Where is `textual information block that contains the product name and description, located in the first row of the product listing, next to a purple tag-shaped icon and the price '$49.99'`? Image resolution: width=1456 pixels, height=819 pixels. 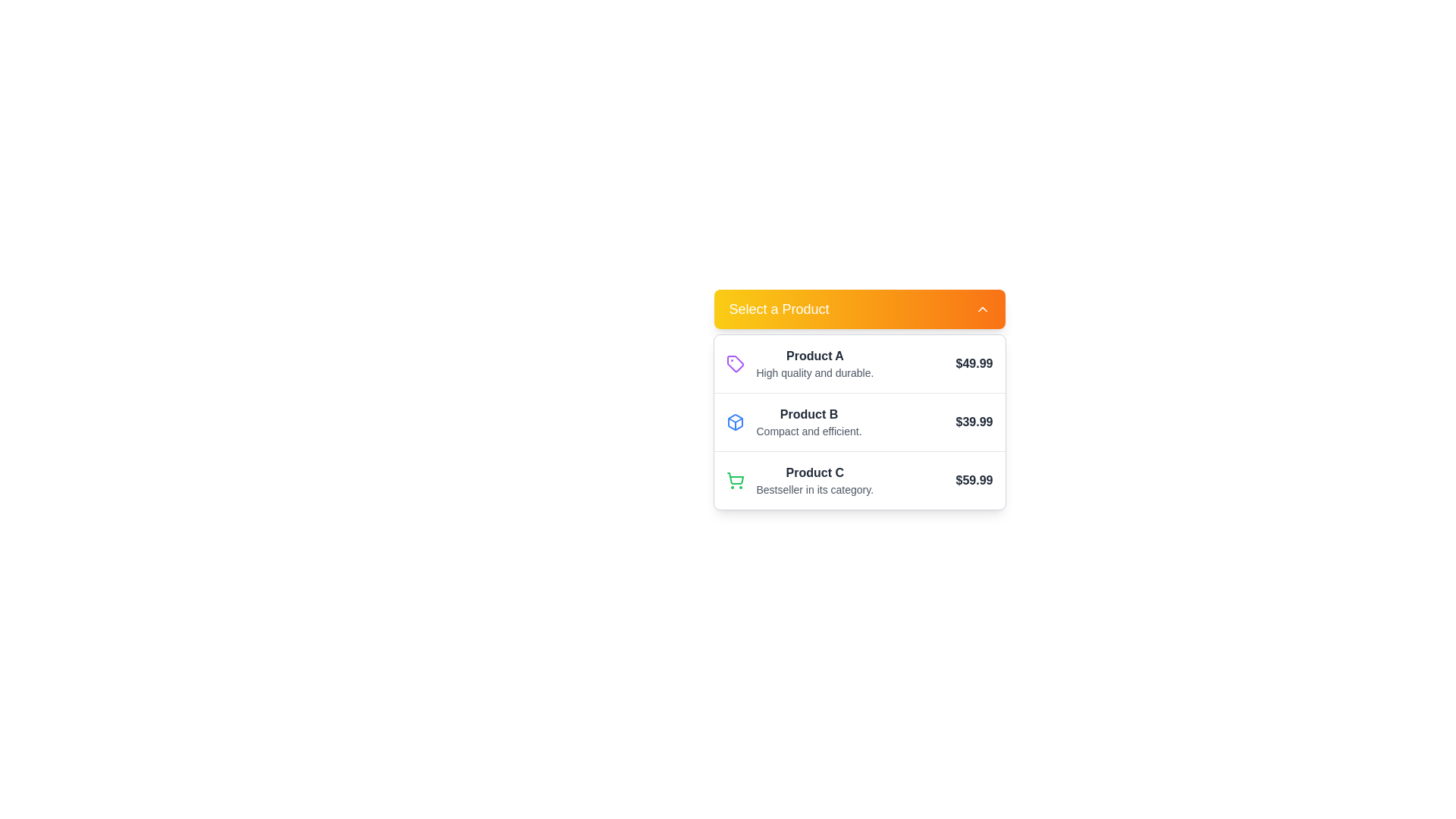
textual information block that contains the product name and description, located in the first row of the product listing, next to a purple tag-shaped icon and the price '$49.99' is located at coordinates (814, 363).